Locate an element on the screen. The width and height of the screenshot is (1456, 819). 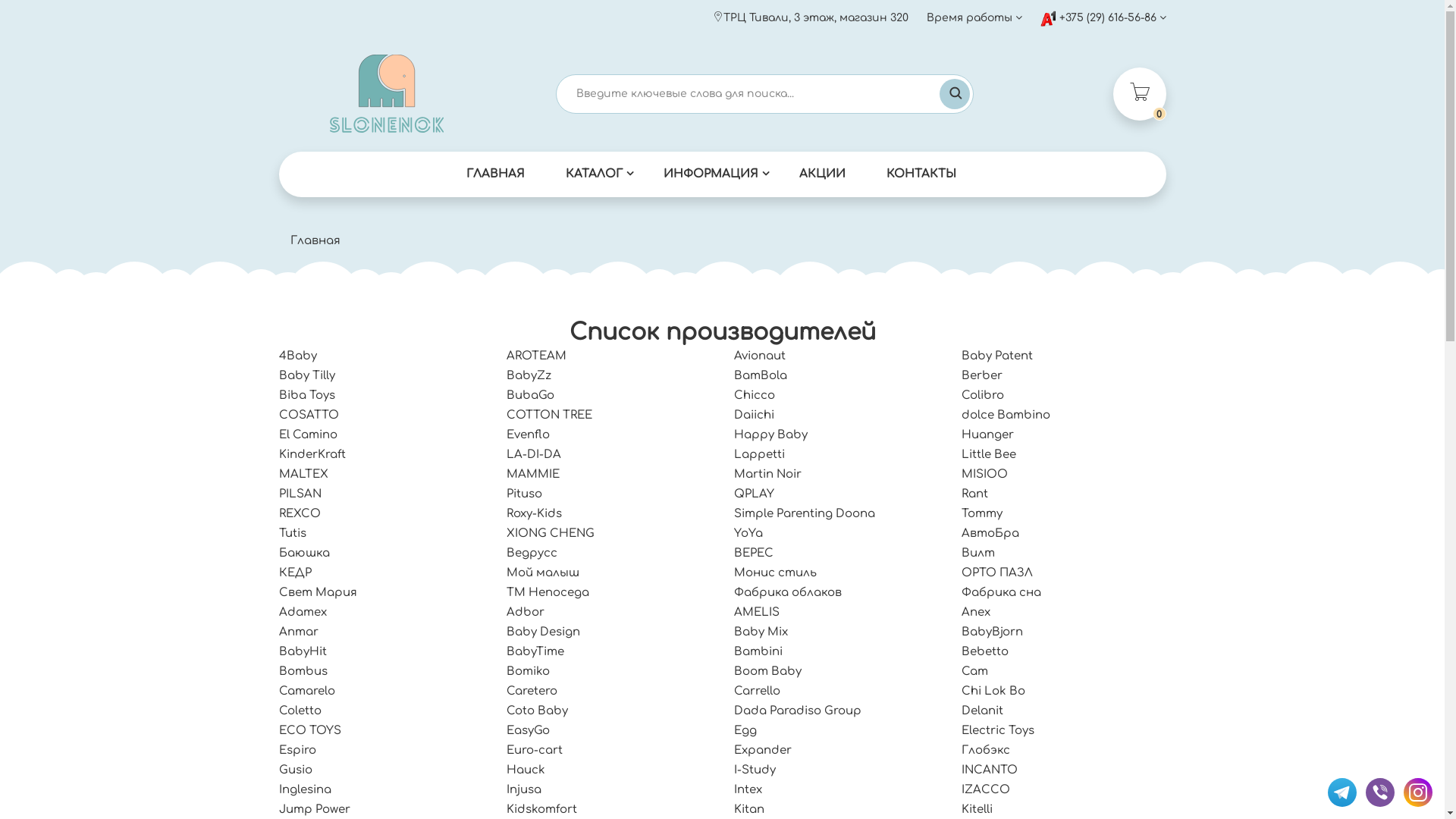
'BabyZz' is located at coordinates (529, 375).